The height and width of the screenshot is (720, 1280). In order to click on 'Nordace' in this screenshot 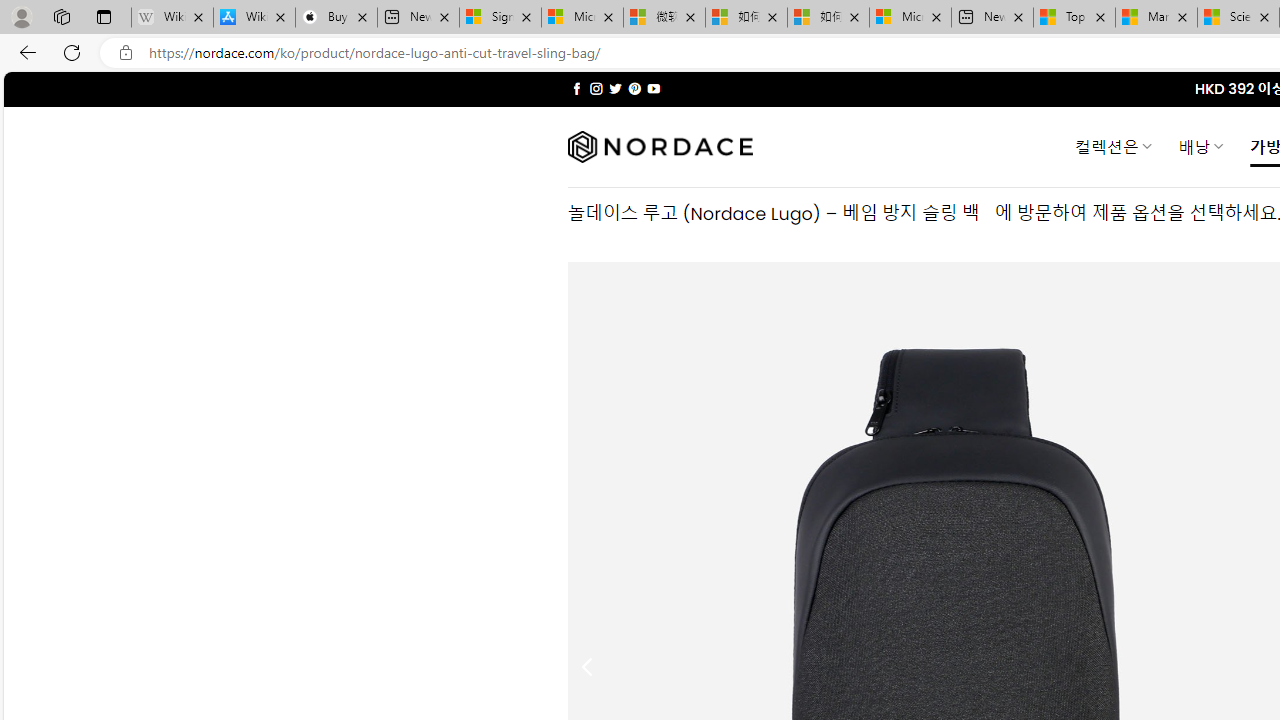, I will do `click(659, 146)`.